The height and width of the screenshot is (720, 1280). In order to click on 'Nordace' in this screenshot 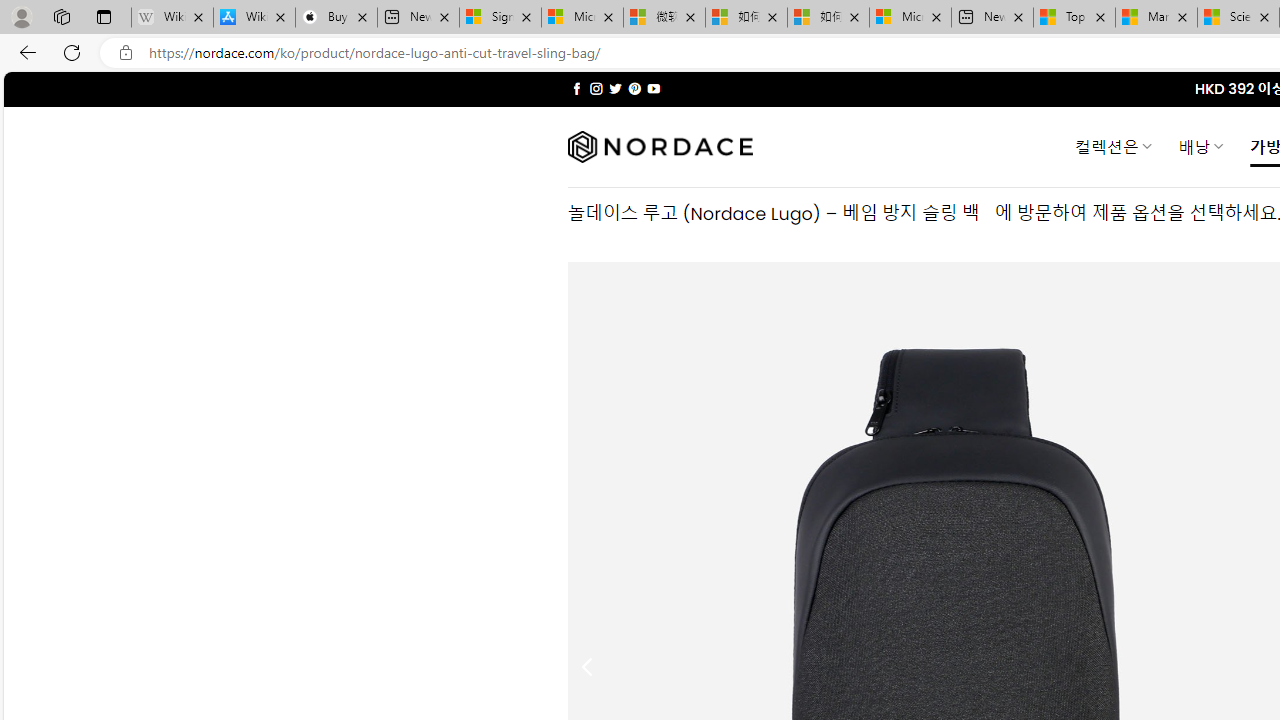, I will do `click(659, 146)`.